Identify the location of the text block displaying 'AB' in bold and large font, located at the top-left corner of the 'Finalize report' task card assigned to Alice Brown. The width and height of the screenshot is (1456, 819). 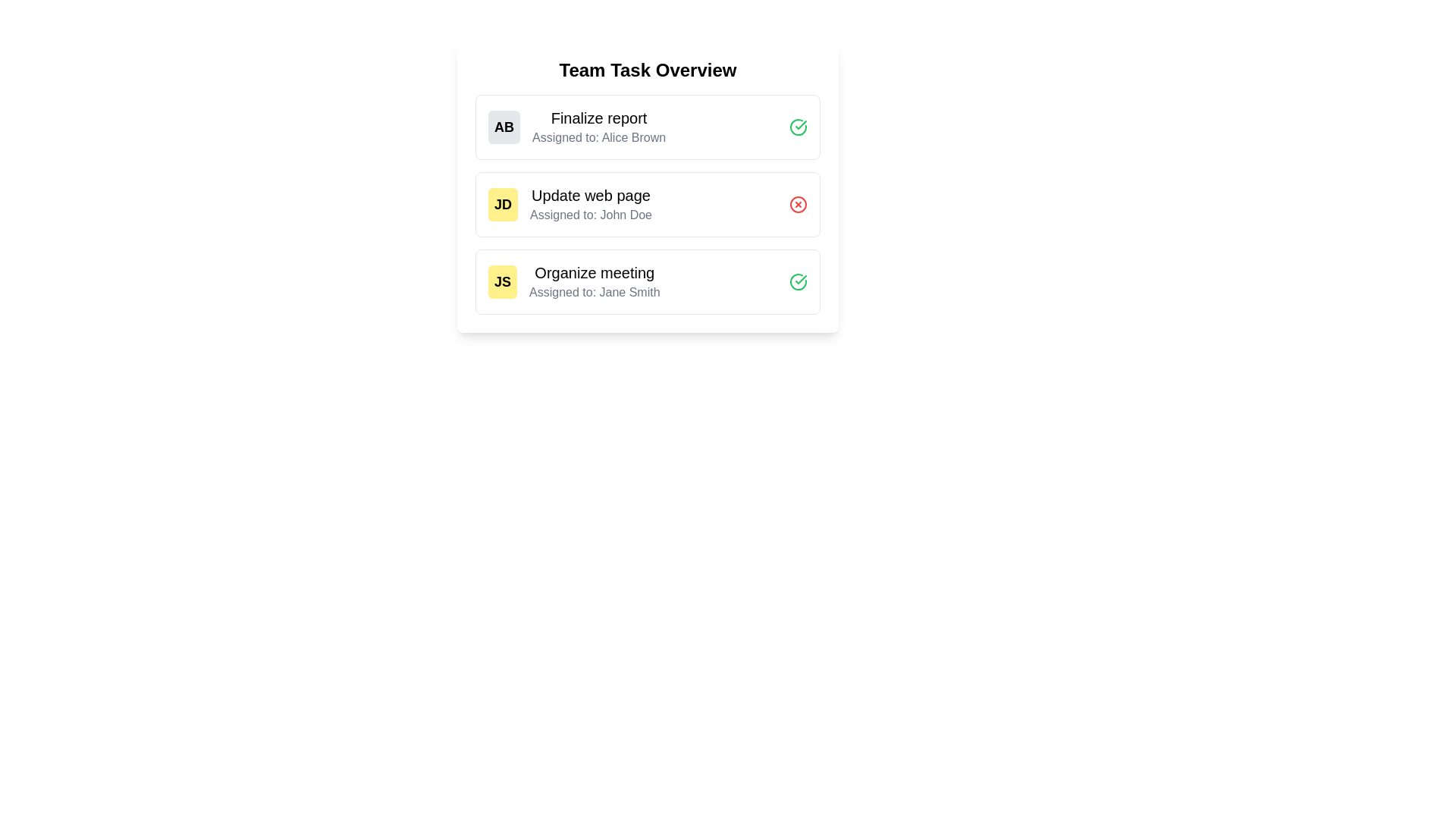
(504, 127).